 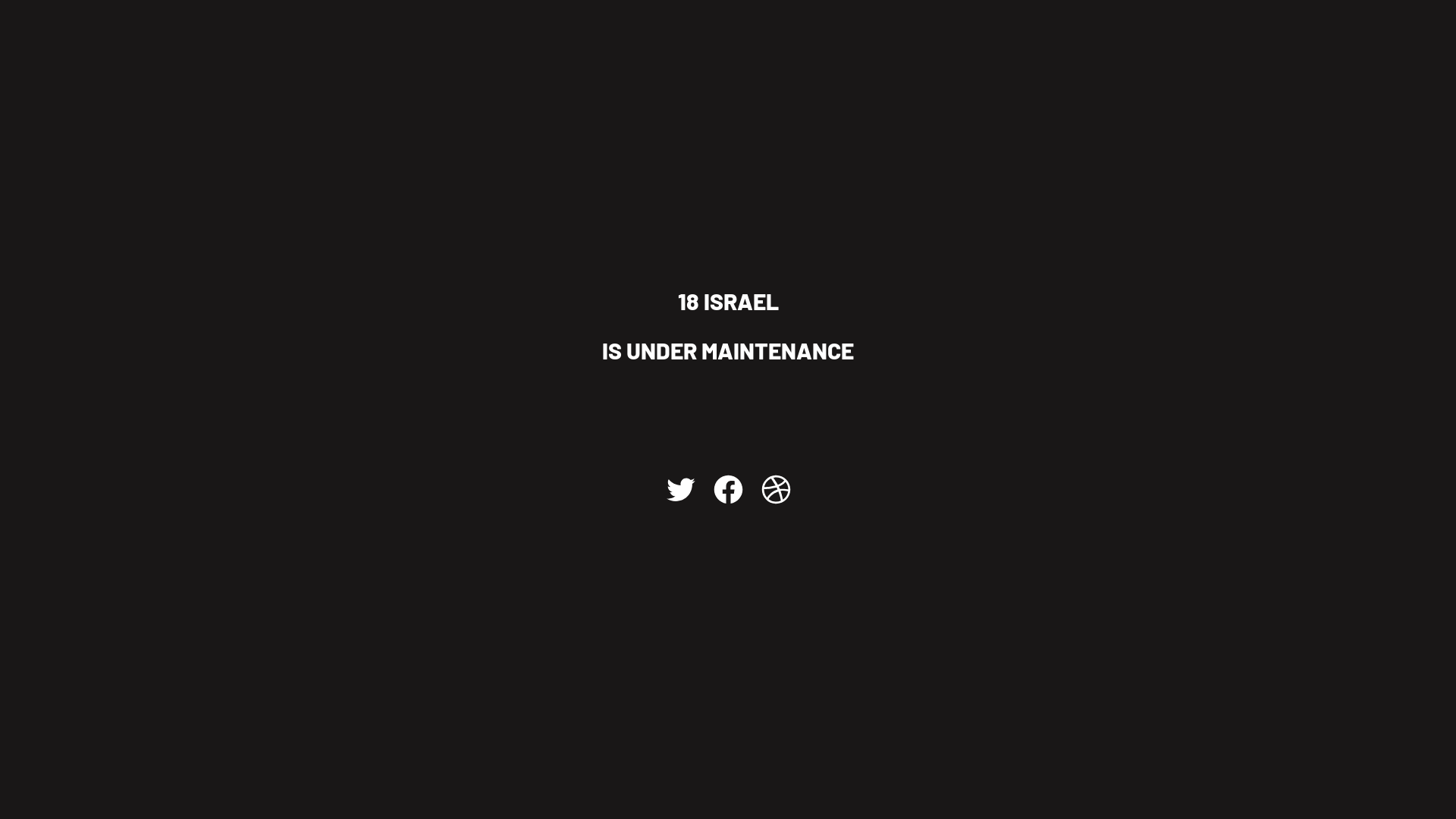 What do you see at coordinates (710, 488) in the screenshot?
I see `'Facebook'` at bounding box center [710, 488].